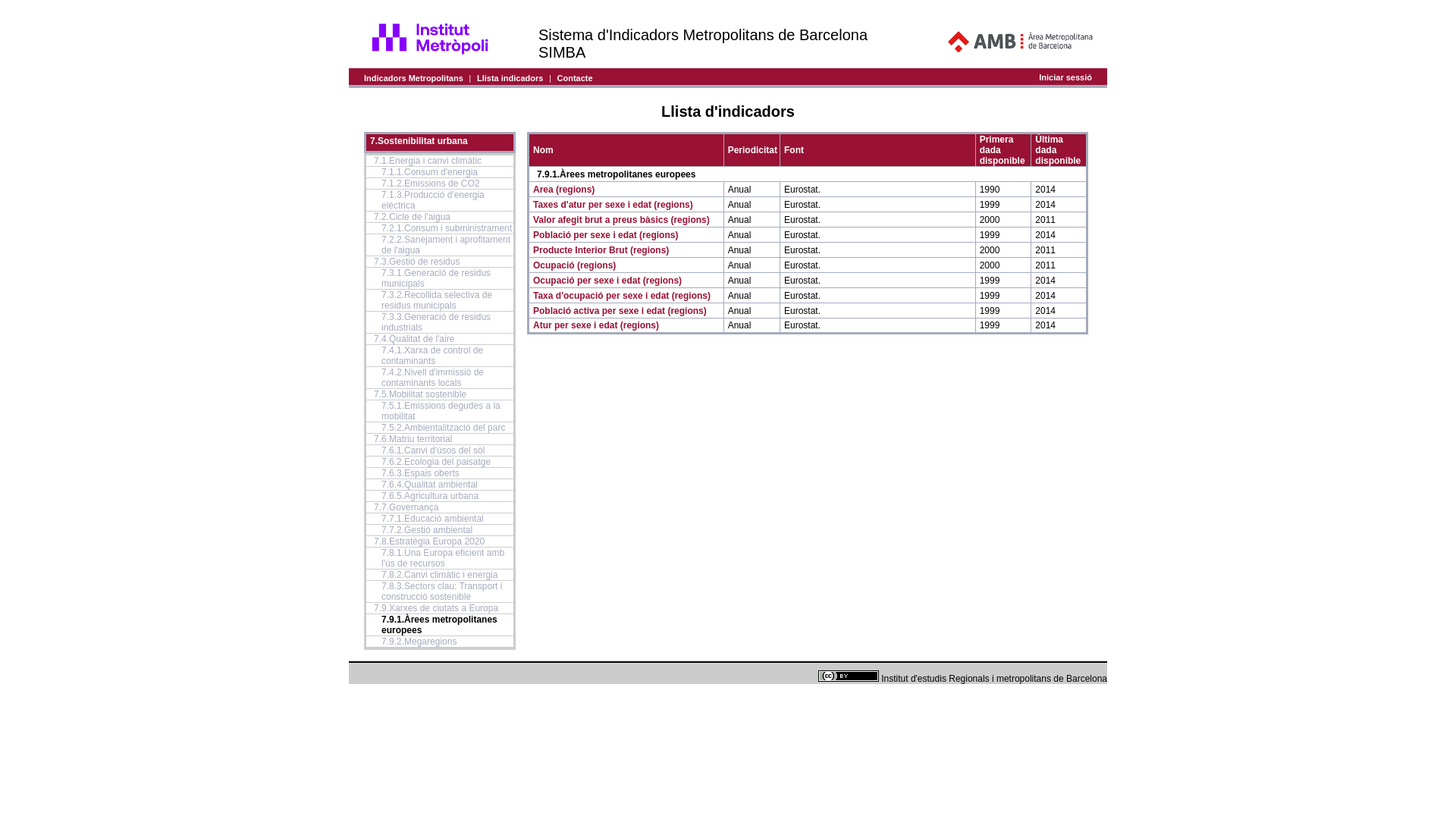 The width and height of the screenshot is (1456, 819). Describe the element at coordinates (436, 300) in the screenshot. I see `'7.3.2.Recollida selectiva de residus municipals'` at that location.